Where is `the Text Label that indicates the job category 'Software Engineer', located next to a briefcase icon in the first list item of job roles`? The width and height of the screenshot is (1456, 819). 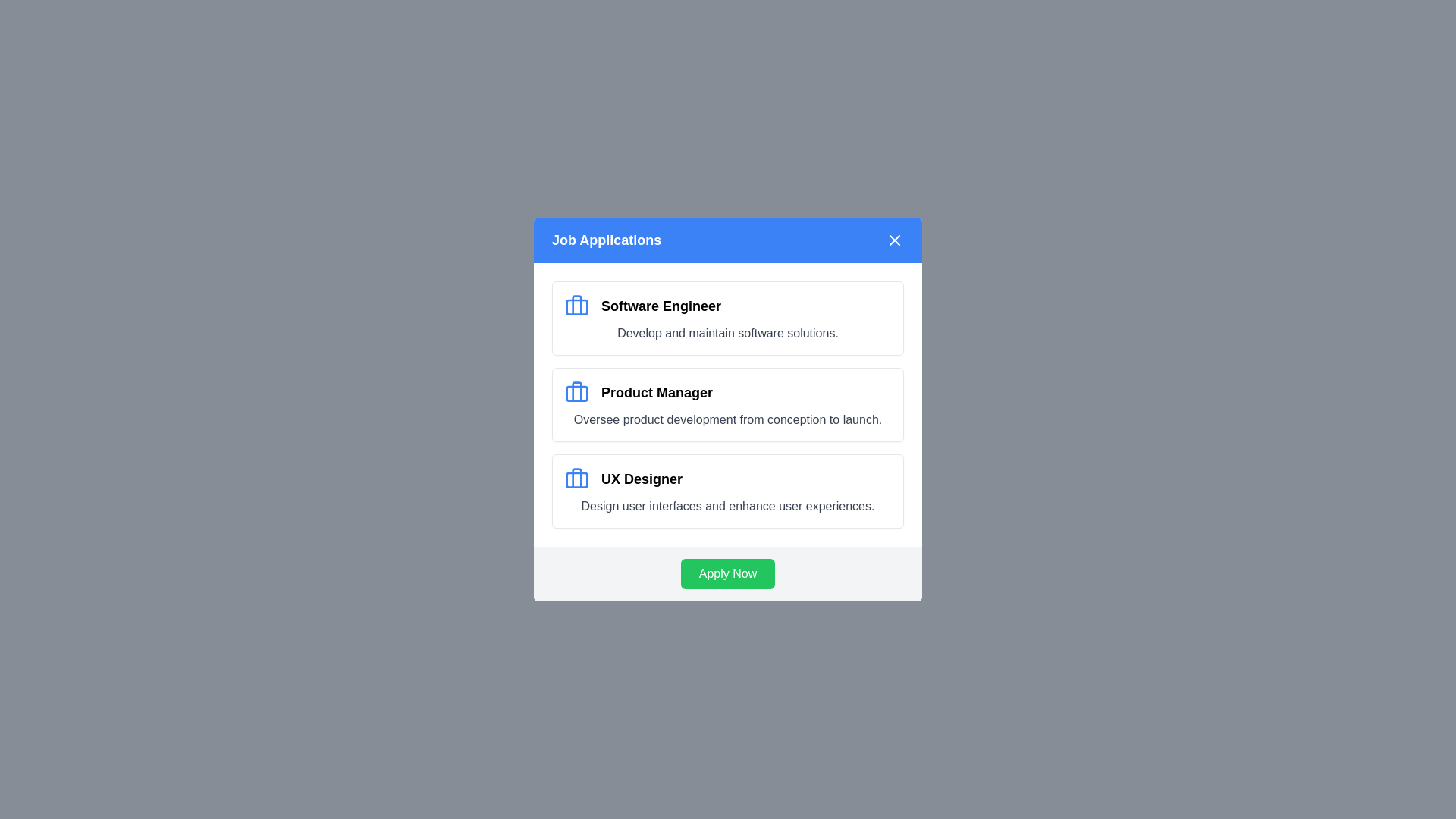
the Text Label that indicates the job category 'Software Engineer', located next to a briefcase icon in the first list item of job roles is located at coordinates (661, 306).